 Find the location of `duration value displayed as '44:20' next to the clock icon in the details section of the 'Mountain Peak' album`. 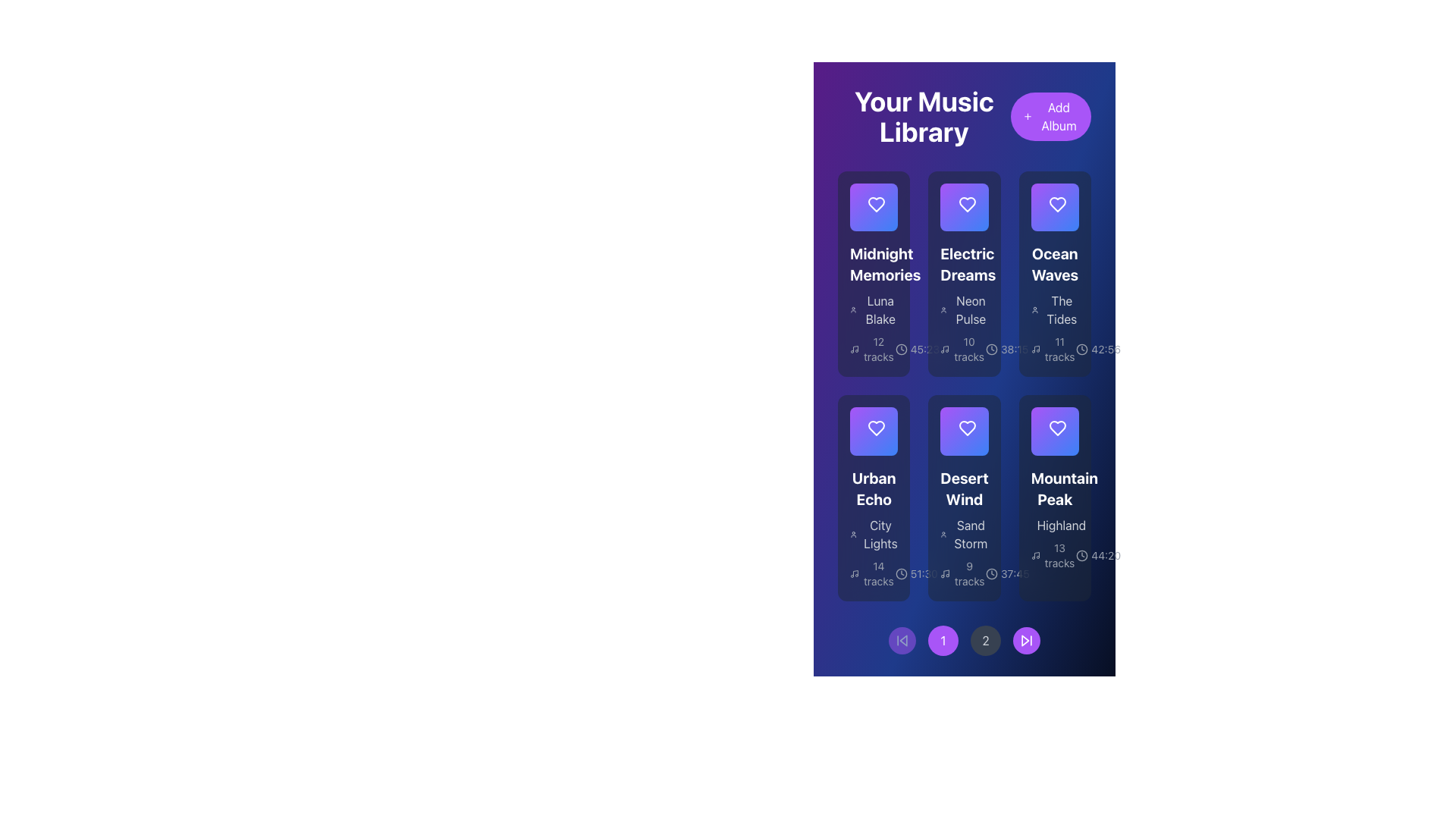

duration value displayed as '44:20' next to the clock icon in the details section of the 'Mountain Peak' album is located at coordinates (1098, 555).